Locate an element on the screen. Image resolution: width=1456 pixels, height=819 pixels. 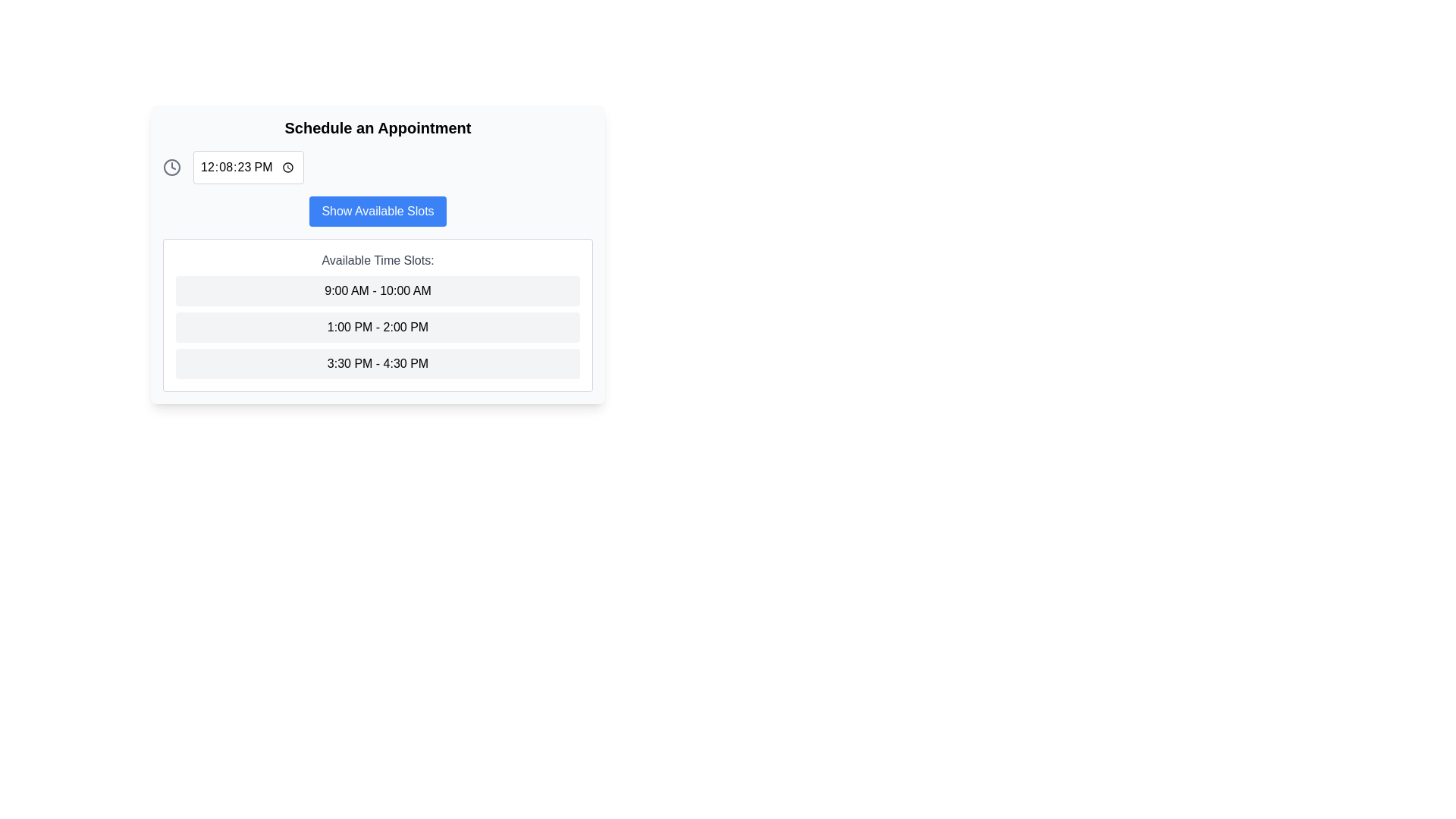
the informational panel displaying available time slots for scheduling, which is located below the 'Show Available Slots' button in the 'Schedule an Appointment' panel is located at coordinates (378, 315).